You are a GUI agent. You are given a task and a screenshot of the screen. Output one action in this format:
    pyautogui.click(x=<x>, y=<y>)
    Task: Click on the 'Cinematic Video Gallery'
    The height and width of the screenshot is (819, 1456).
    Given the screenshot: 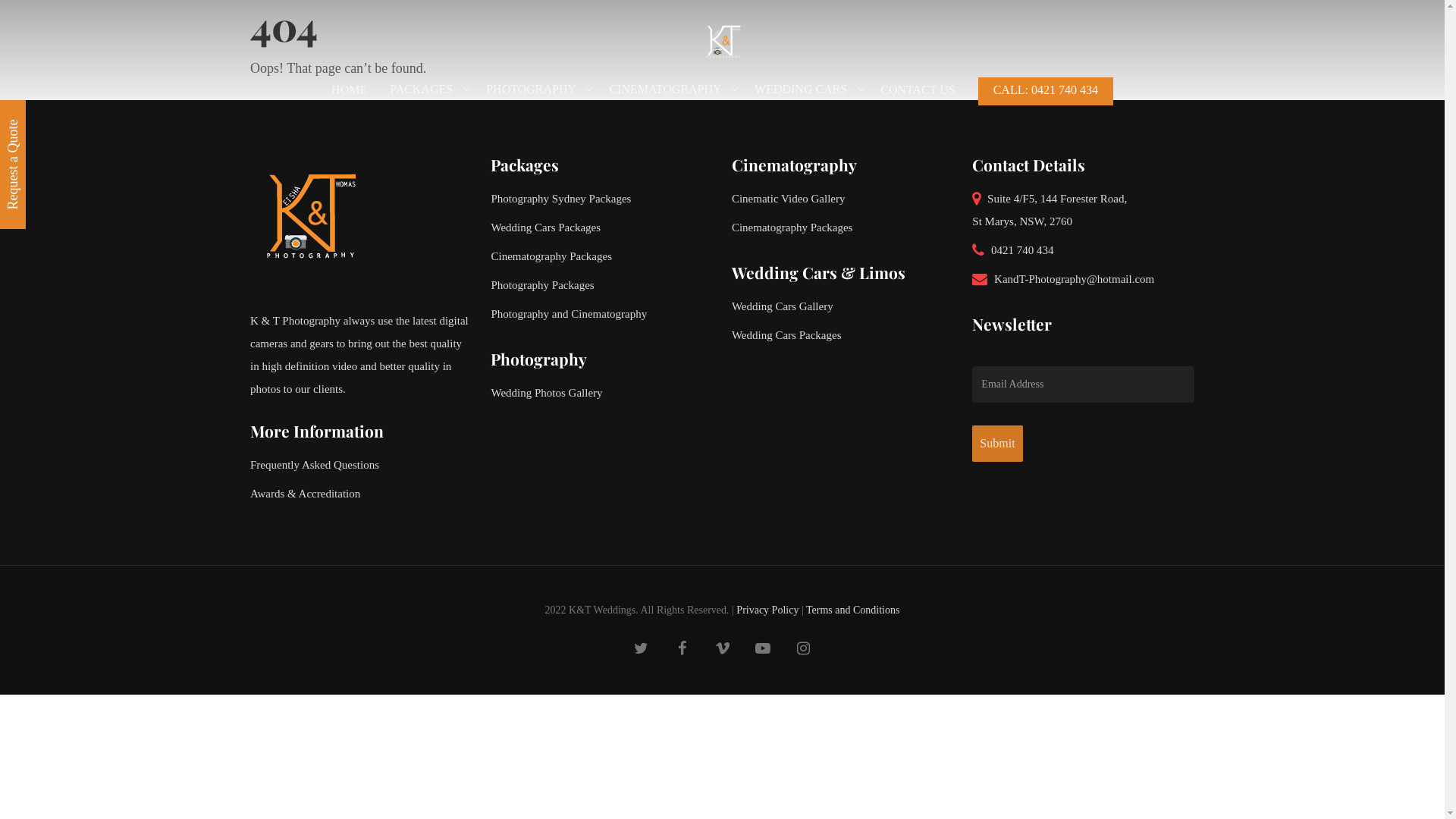 What is the action you would take?
    pyautogui.click(x=731, y=198)
    